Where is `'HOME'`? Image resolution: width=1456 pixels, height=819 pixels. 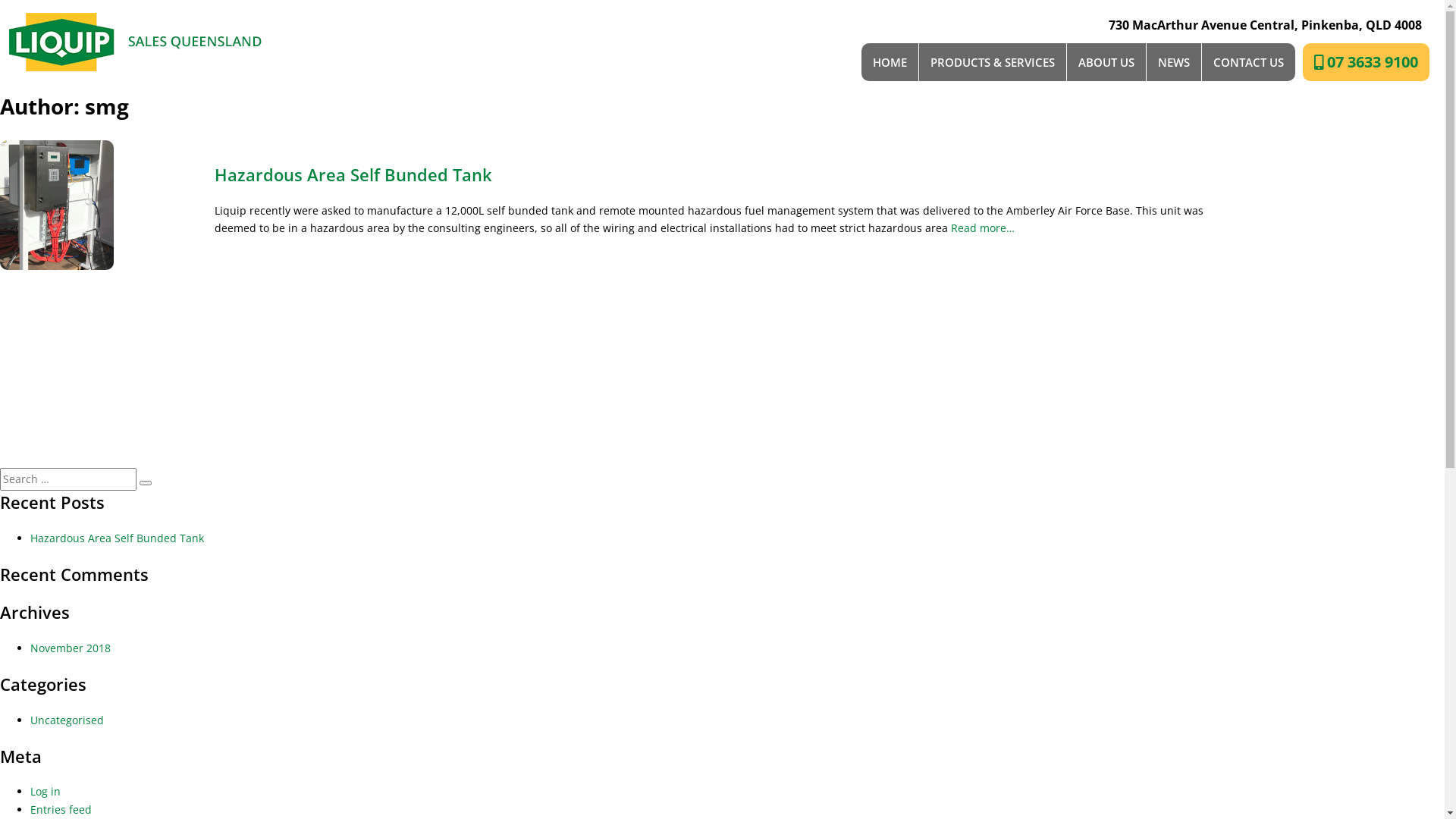
'HOME' is located at coordinates (890, 61).